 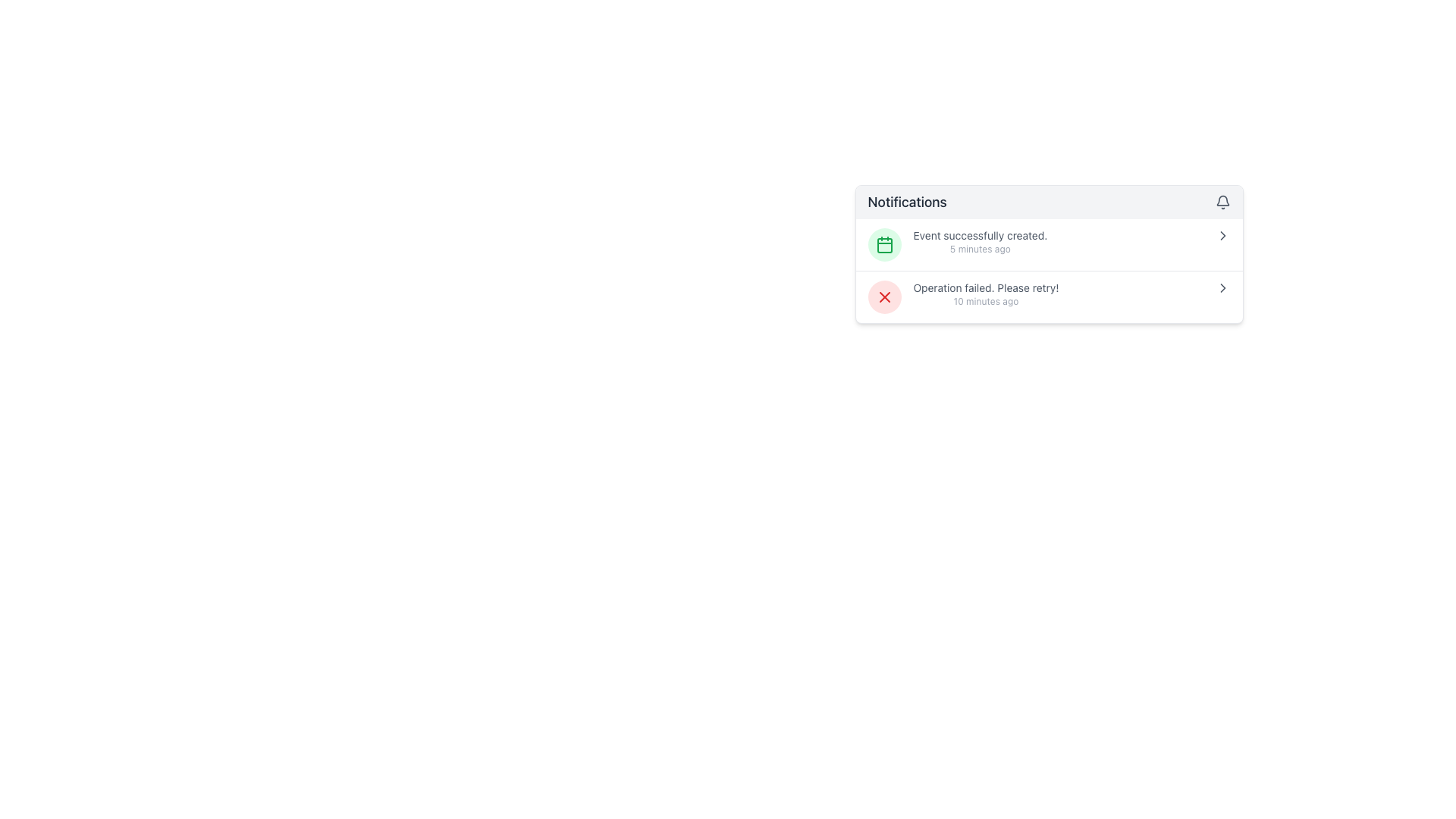 What do you see at coordinates (1222, 288) in the screenshot?
I see `the Chevron icon located at the far right of the notification entry 'Operation failed. Please retry!'` at bounding box center [1222, 288].